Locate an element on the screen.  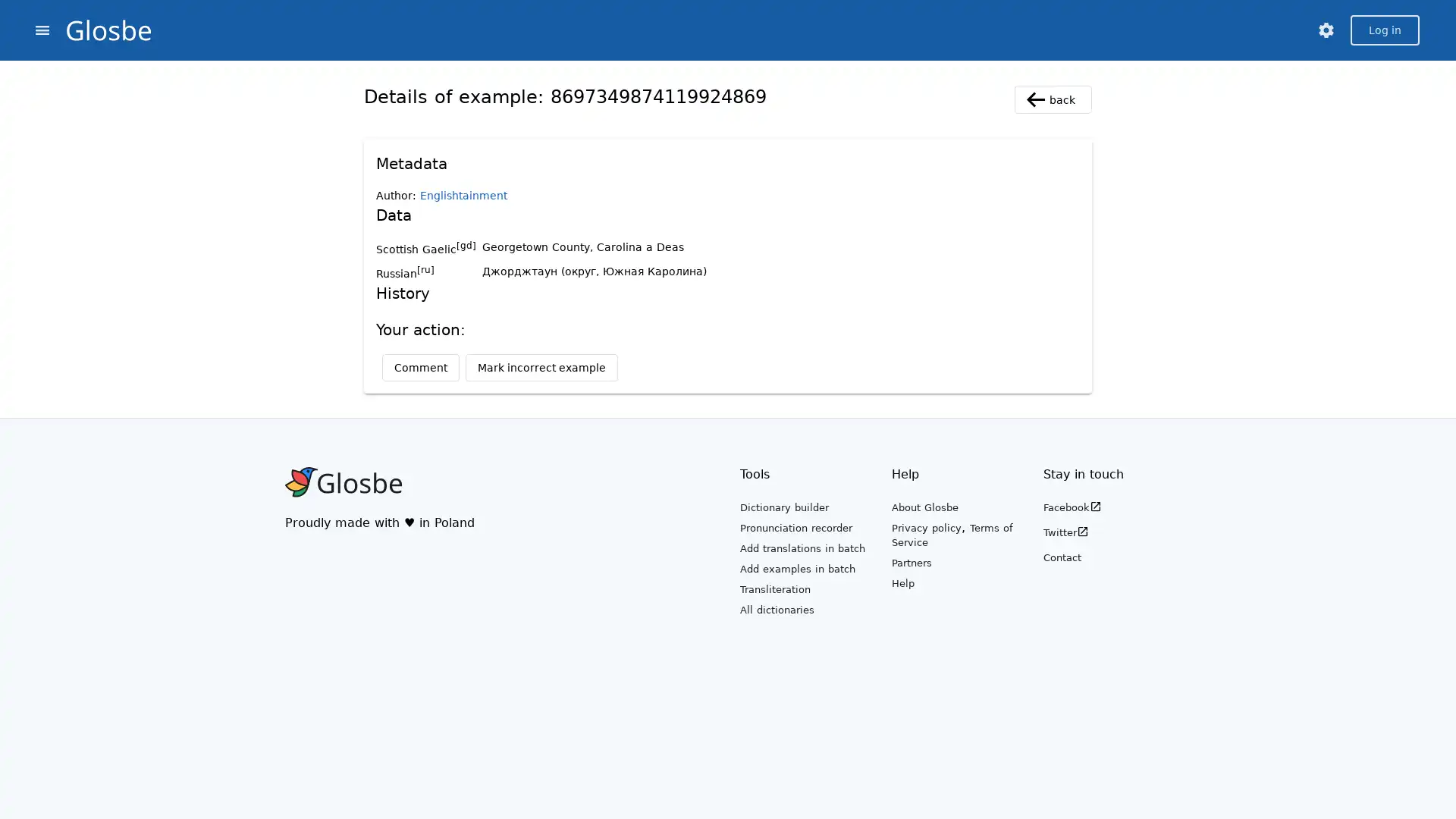
Comment is located at coordinates (421, 368).